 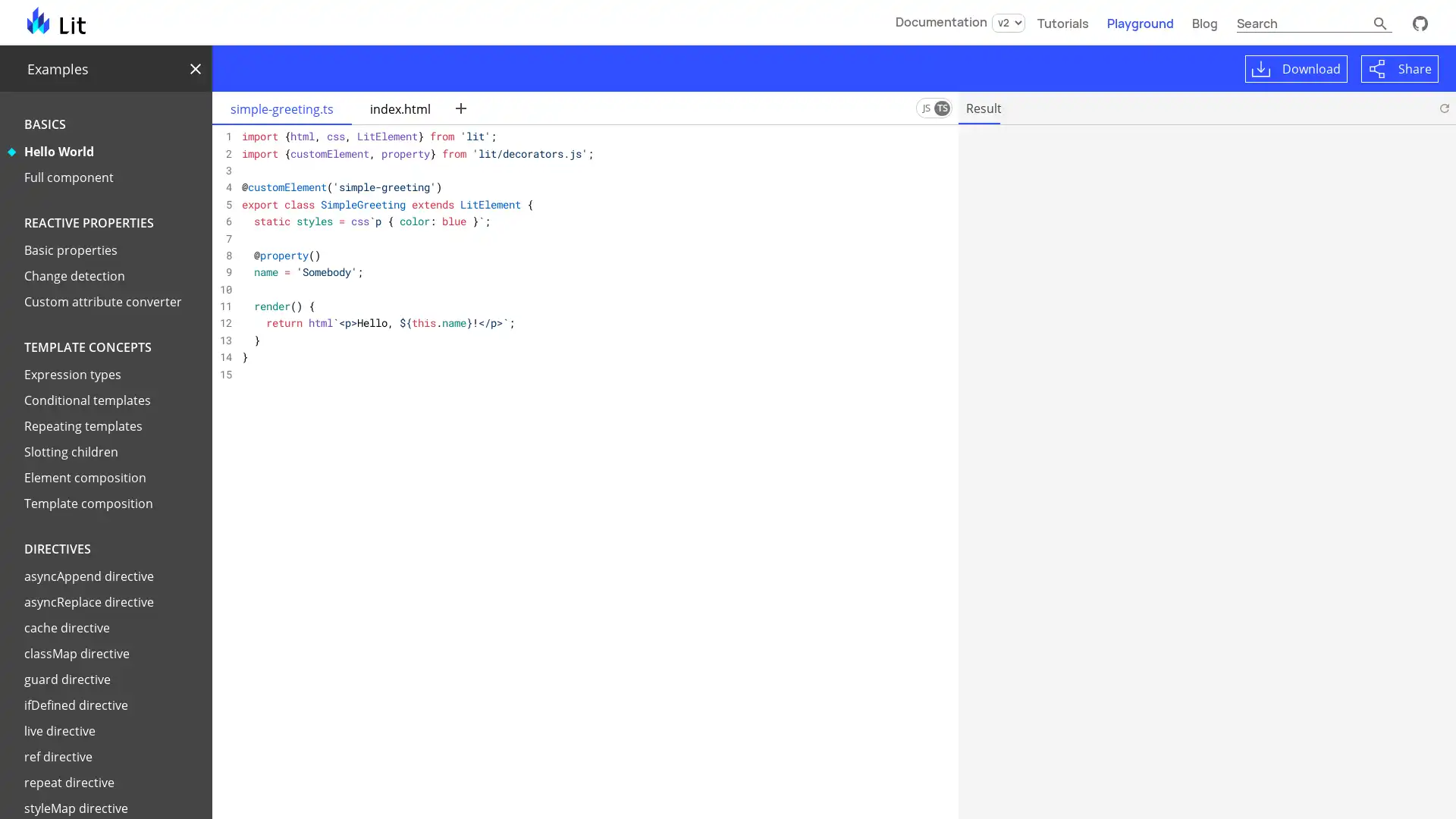 I want to click on Share, so click(x=1398, y=67).